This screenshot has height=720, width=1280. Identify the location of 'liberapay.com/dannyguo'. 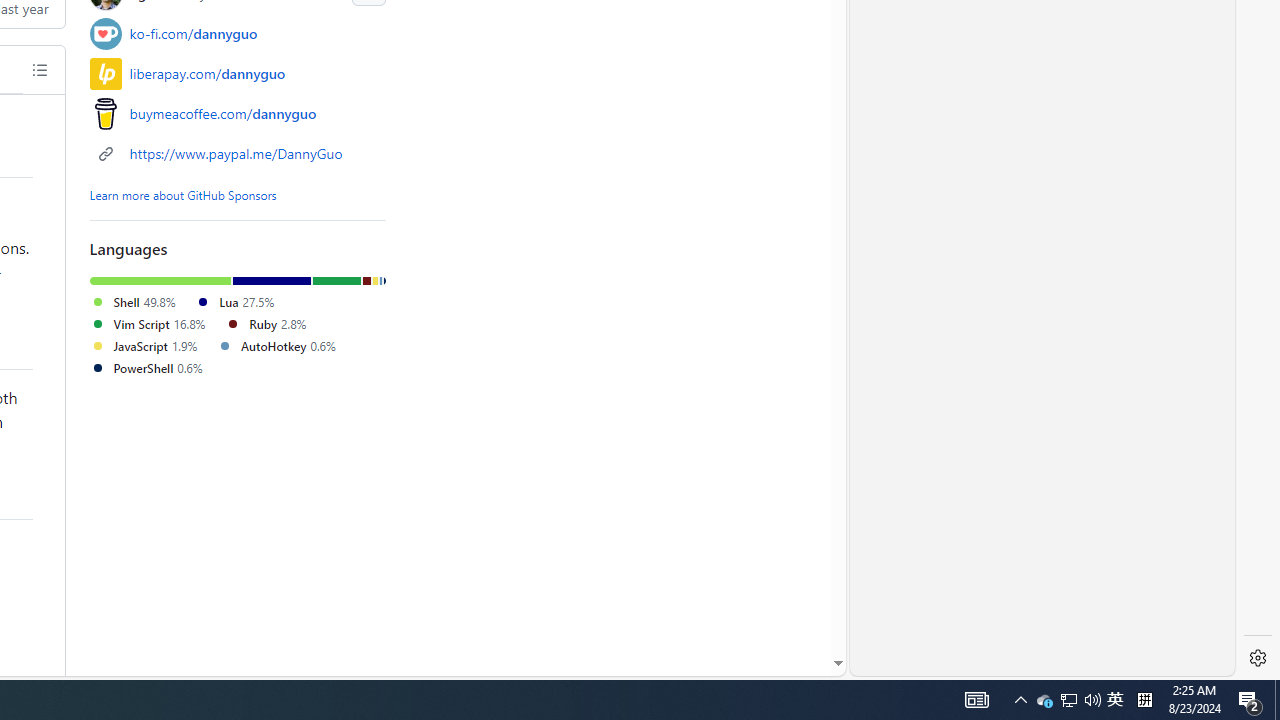
(207, 73).